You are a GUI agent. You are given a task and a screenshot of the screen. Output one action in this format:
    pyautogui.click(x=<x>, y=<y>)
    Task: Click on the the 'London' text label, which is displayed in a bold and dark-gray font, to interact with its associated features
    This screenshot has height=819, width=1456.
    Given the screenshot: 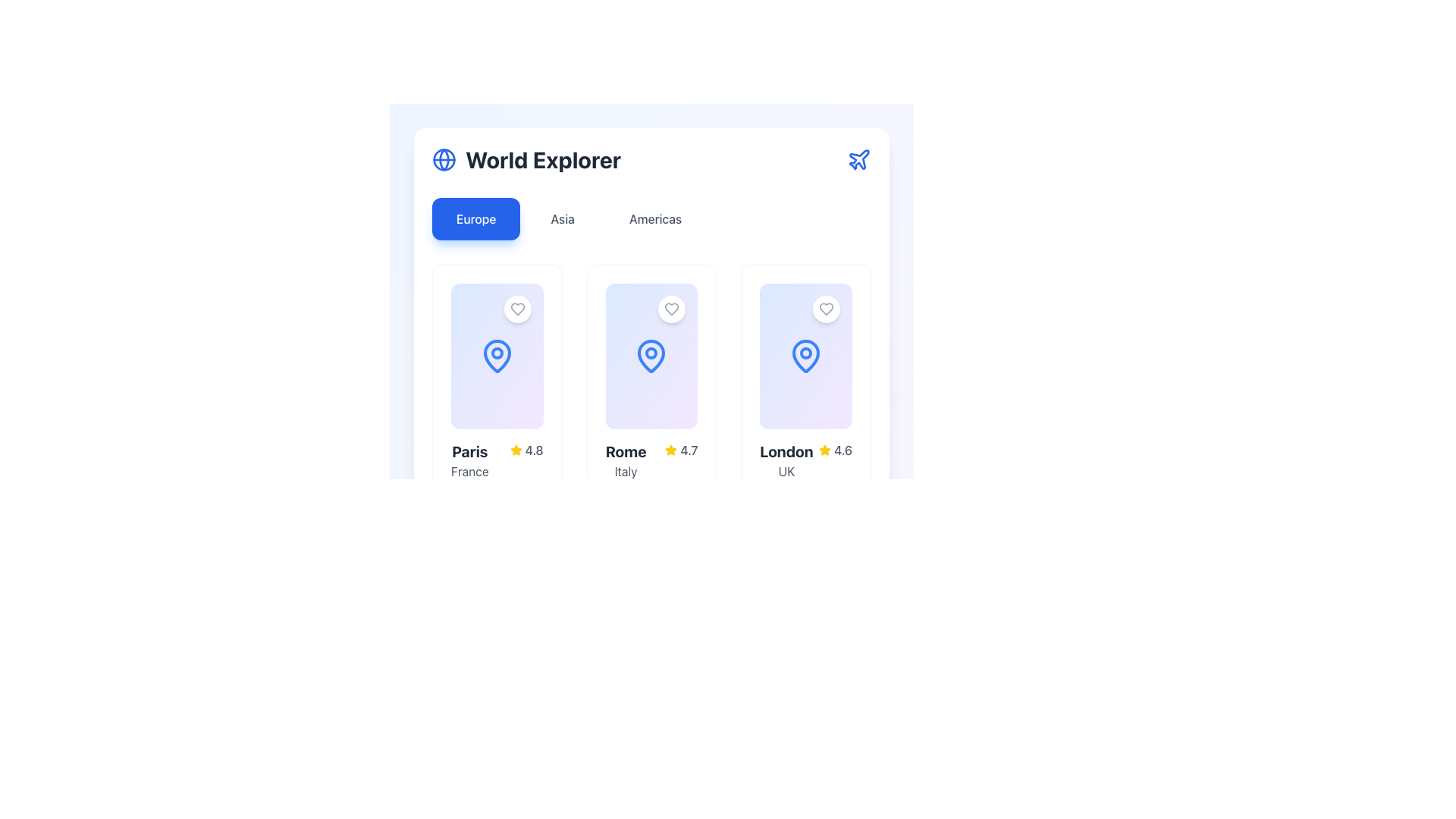 What is the action you would take?
    pyautogui.click(x=786, y=451)
    